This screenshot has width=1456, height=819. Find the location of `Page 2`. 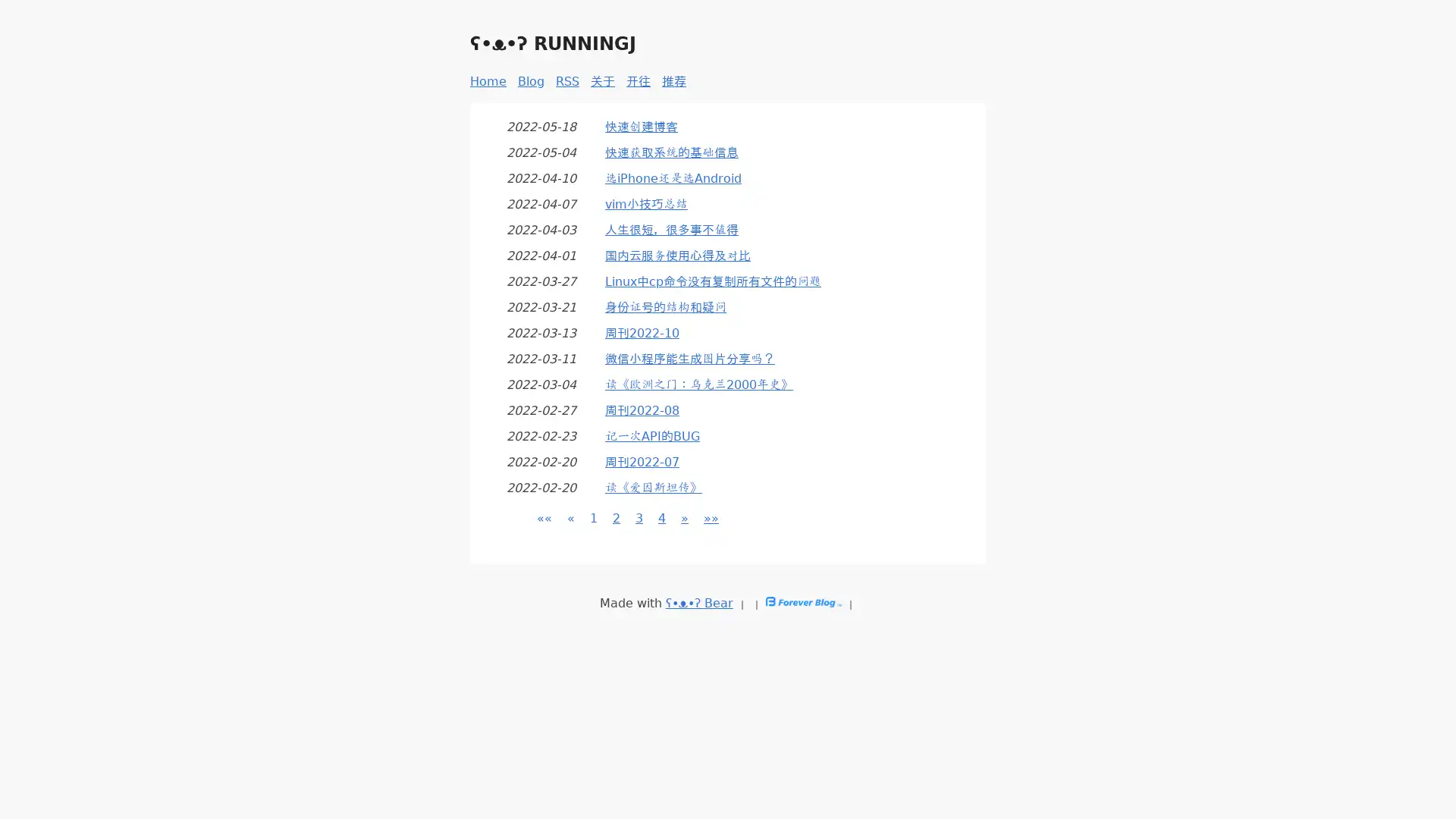

Page 2 is located at coordinates (616, 516).